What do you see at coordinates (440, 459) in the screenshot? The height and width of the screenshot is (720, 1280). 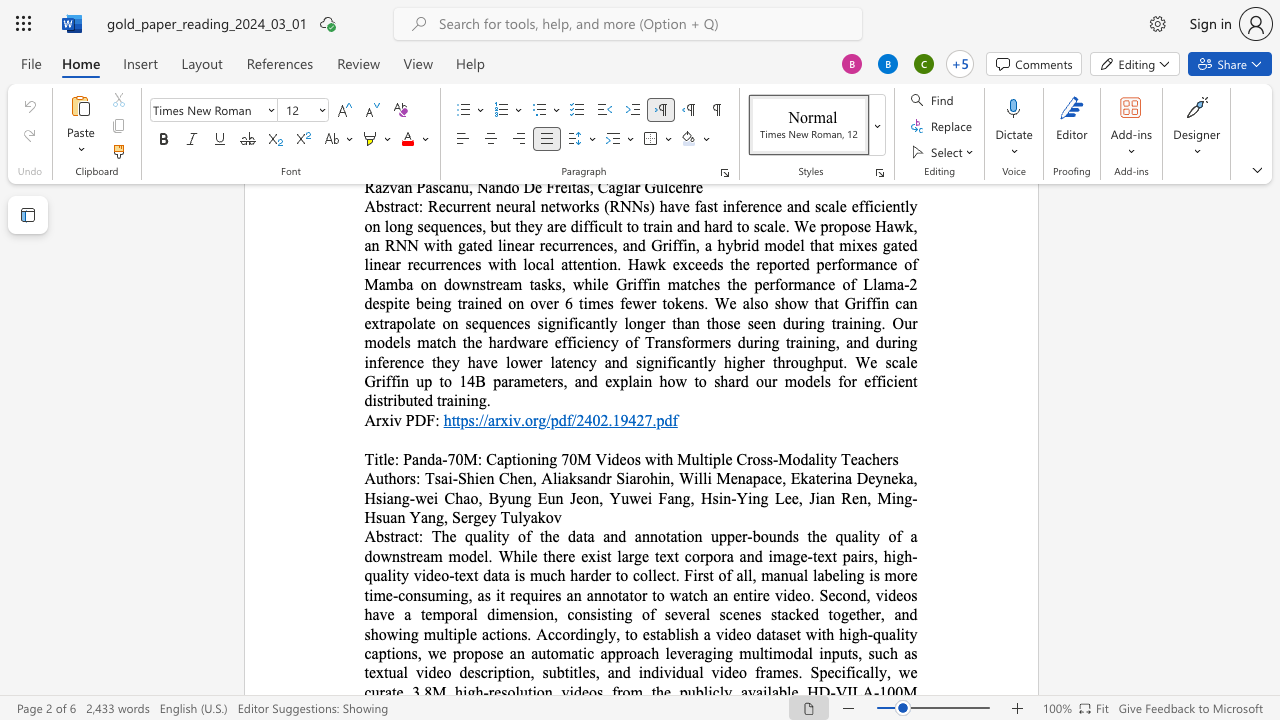 I see `the space between the continuous character "a" and "-" in the text` at bounding box center [440, 459].